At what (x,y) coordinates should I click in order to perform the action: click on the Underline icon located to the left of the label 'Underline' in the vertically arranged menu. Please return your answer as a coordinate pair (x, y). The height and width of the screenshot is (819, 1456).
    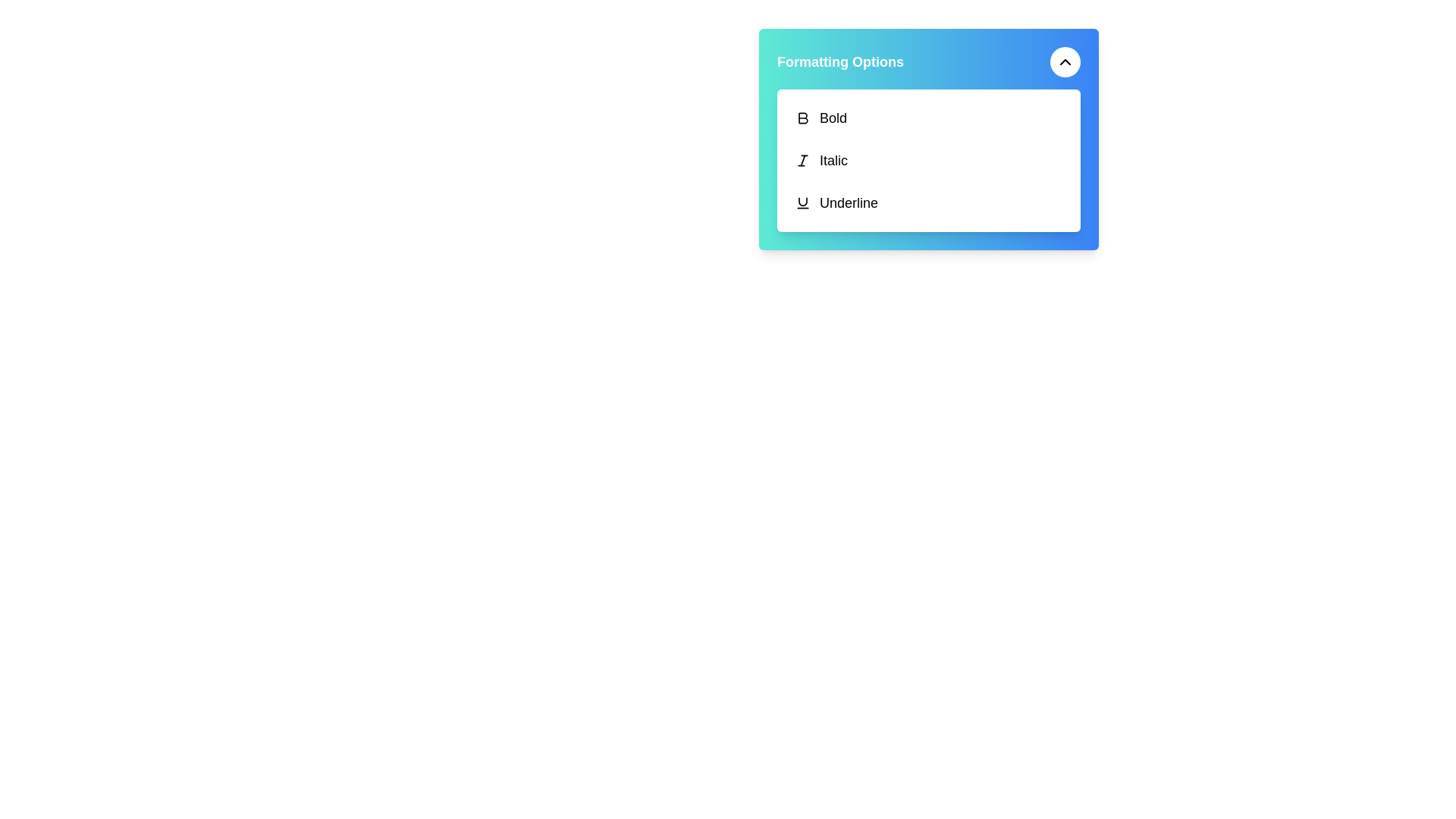
    Looking at the image, I should click on (802, 202).